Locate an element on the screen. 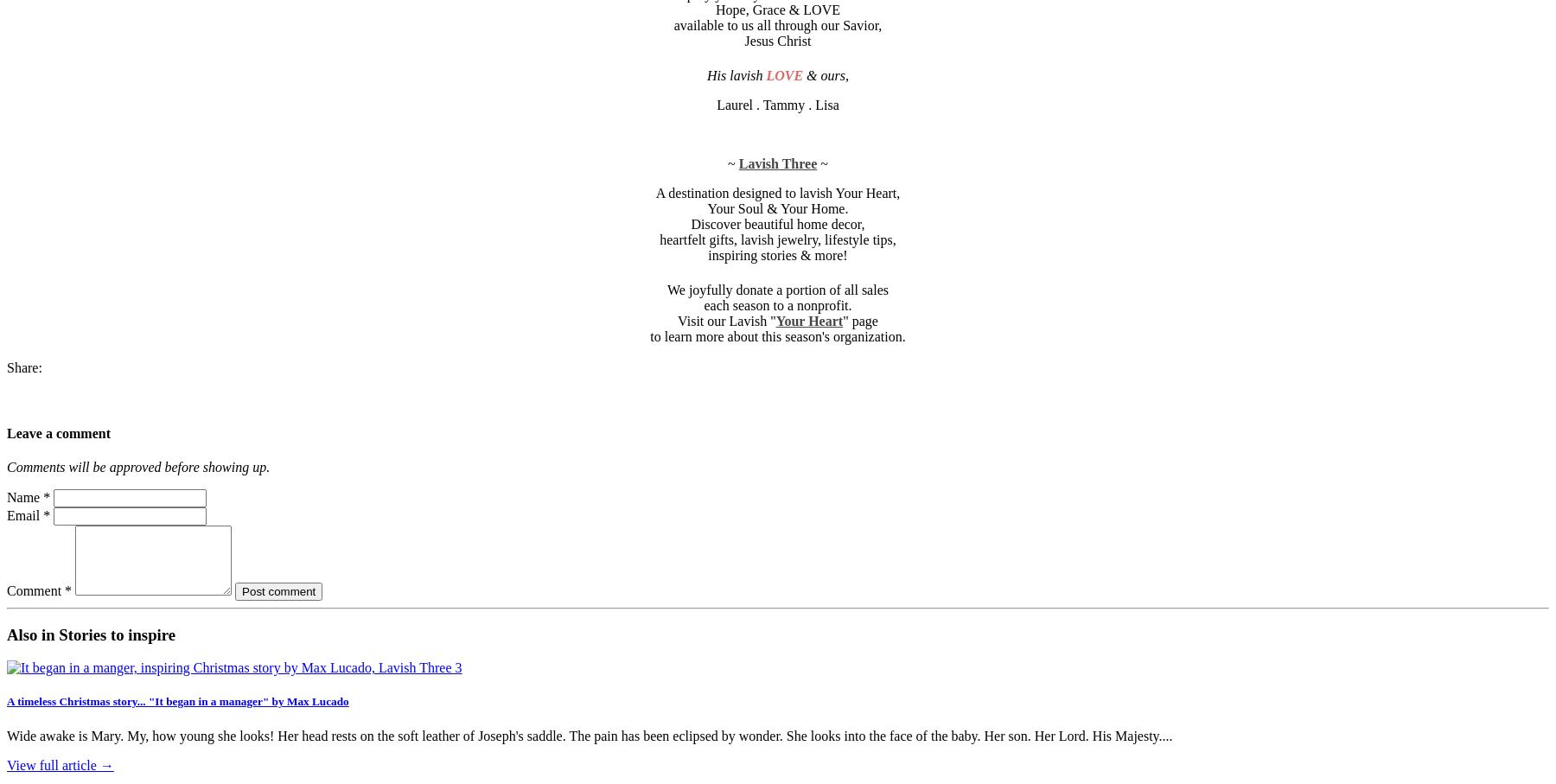  '& ours' is located at coordinates (825, 74).